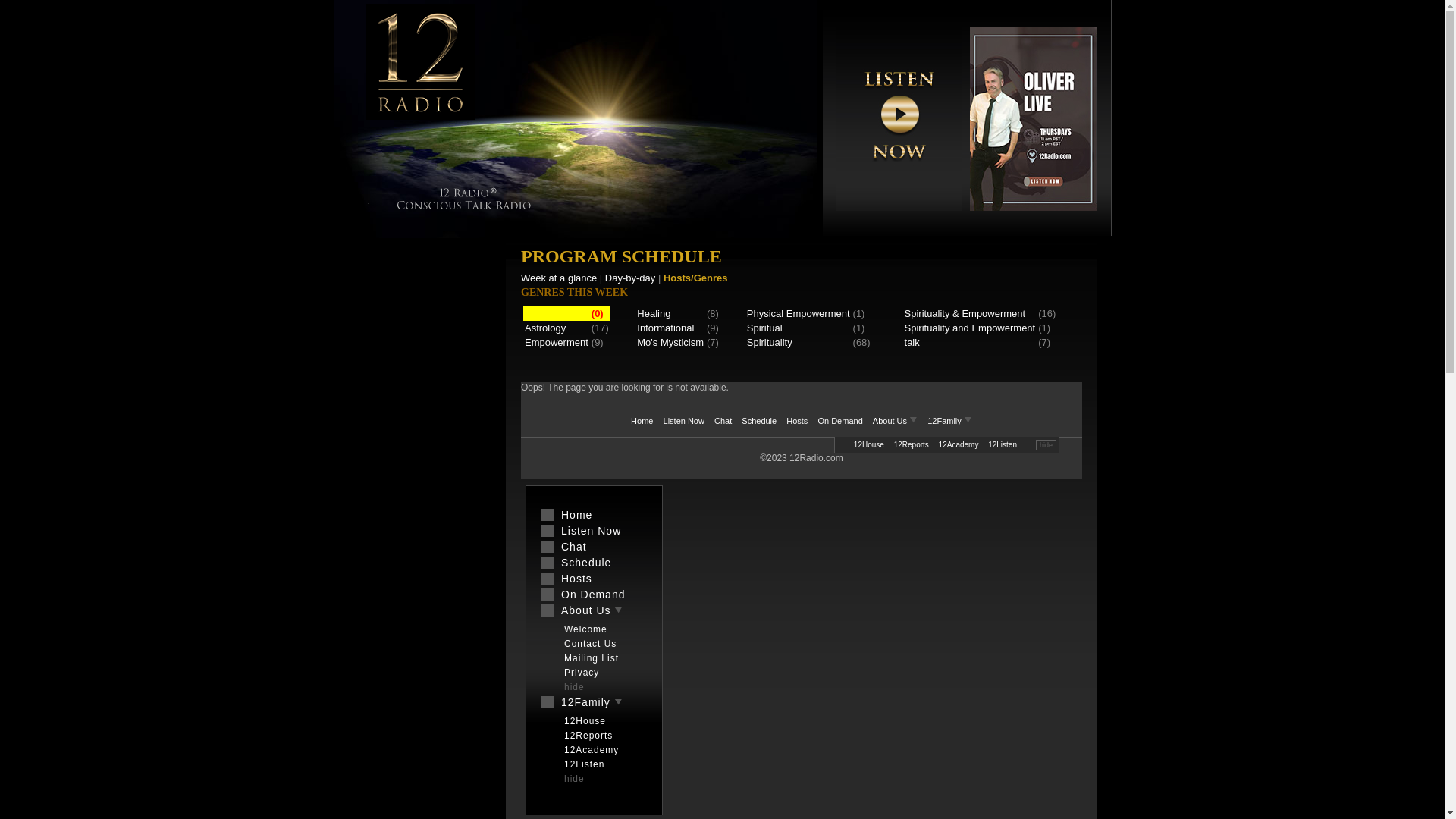 The height and width of the screenshot is (819, 1456). Describe the element at coordinates (556, 657) in the screenshot. I see `'Mailing List'` at that location.